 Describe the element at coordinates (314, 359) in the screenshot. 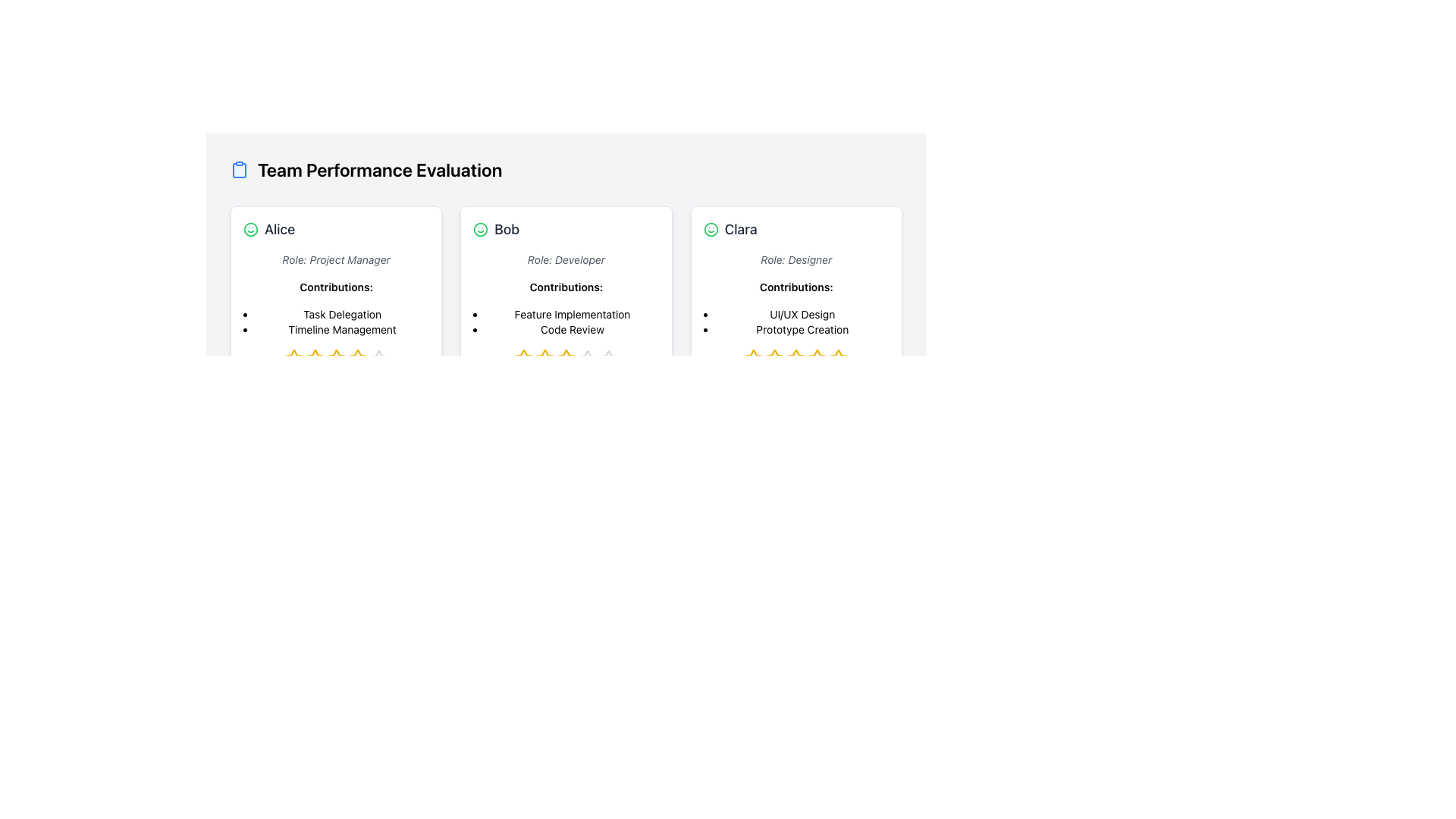

I see `the yellow star icon, which is the third star in a row of five under the 'Alice' section of the Team Performance Evaluation panel` at that location.